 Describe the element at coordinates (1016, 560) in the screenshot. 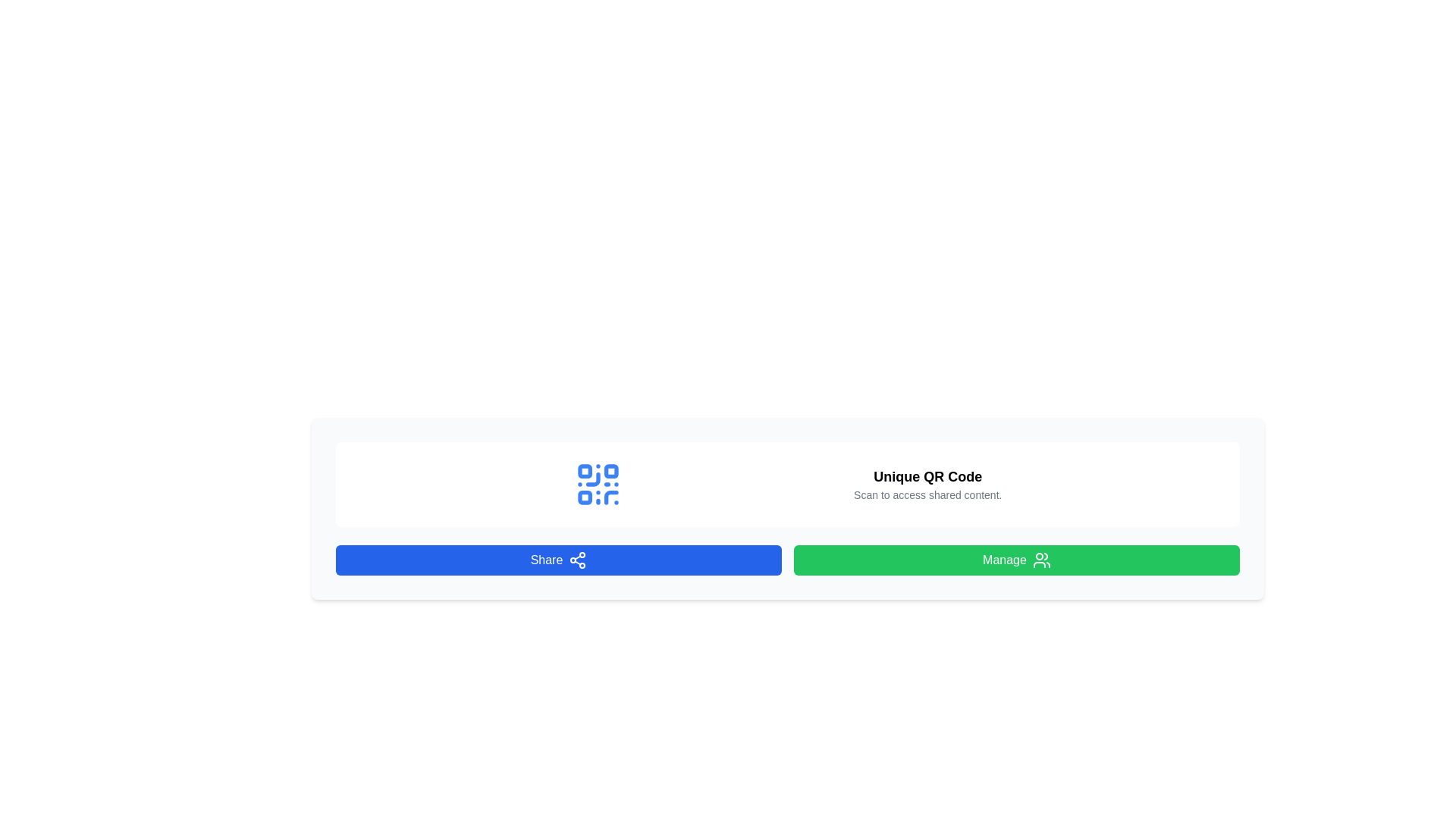

I see `the green 'Manage' button, which has rounded corners and white text, located in the bottom-right quadrant of the interface` at that location.